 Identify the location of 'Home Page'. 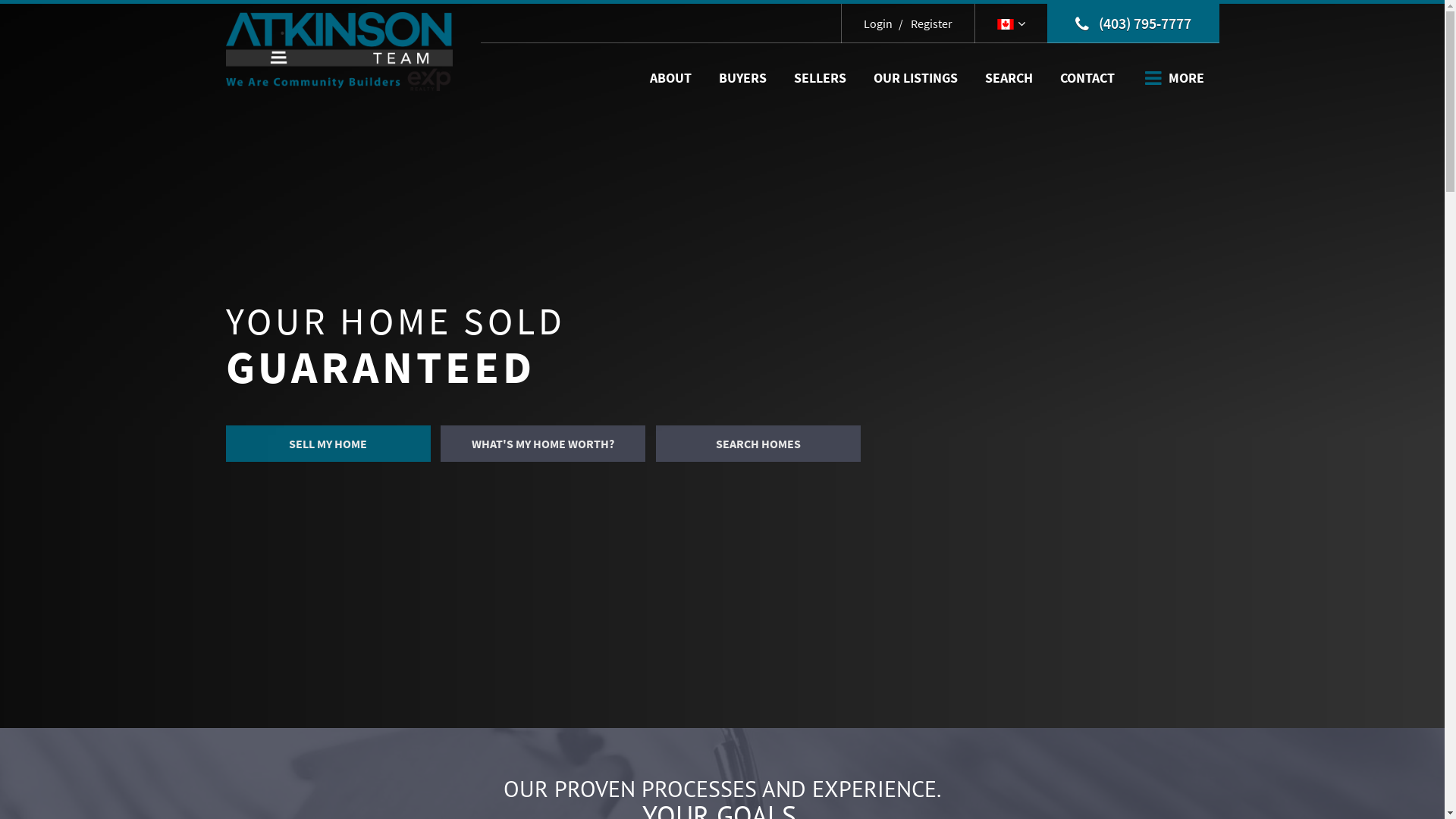
(338, 49).